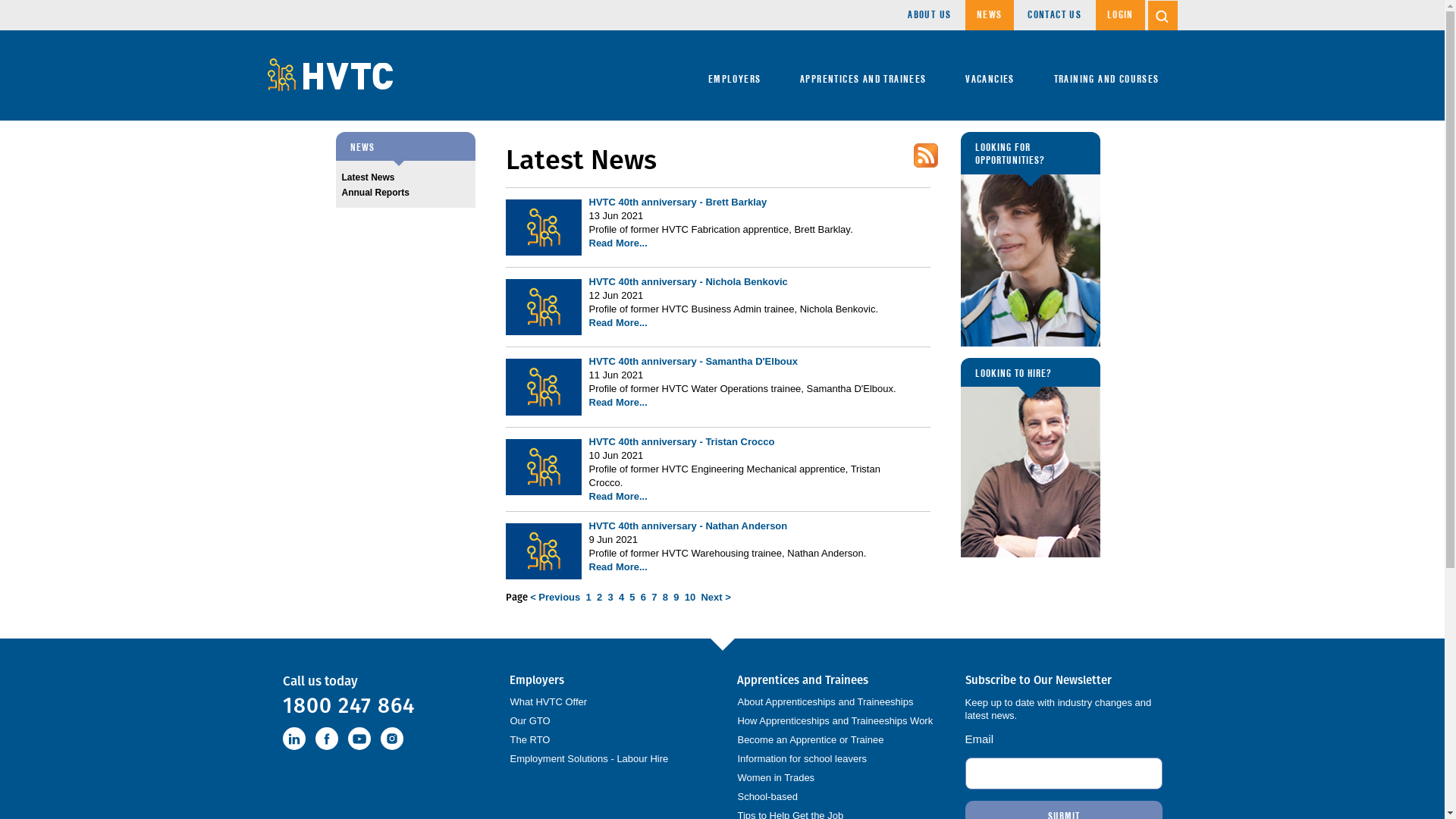 Image resolution: width=1456 pixels, height=819 pixels. Describe the element at coordinates (1120, 14) in the screenshot. I see `'LOGIN'` at that location.